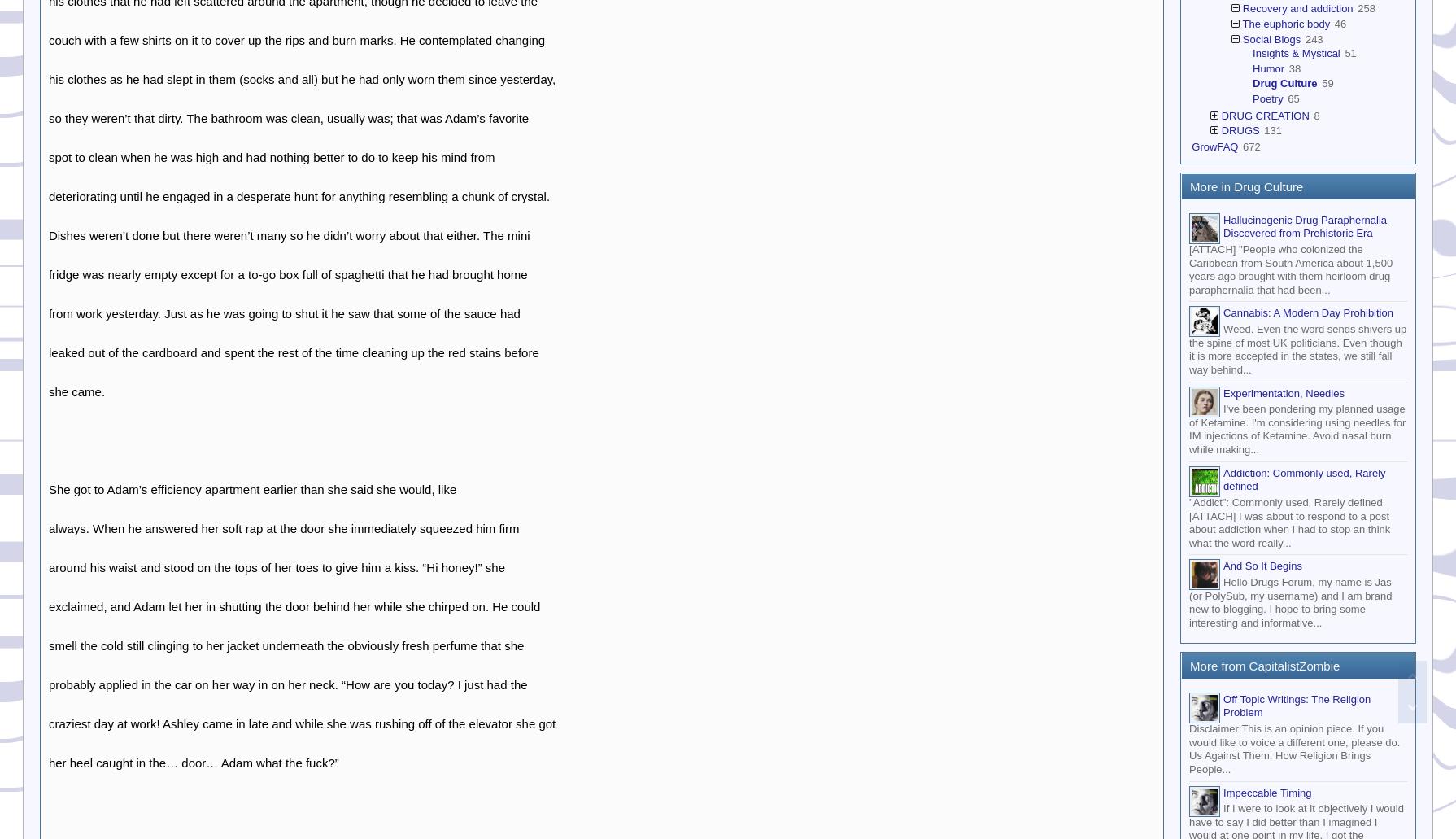 The height and width of the screenshot is (839, 1456). What do you see at coordinates (48, 78) in the screenshot?
I see `'his clothes as he had slept in them (socks and all) but he had only worn them since yesterday,'` at bounding box center [48, 78].